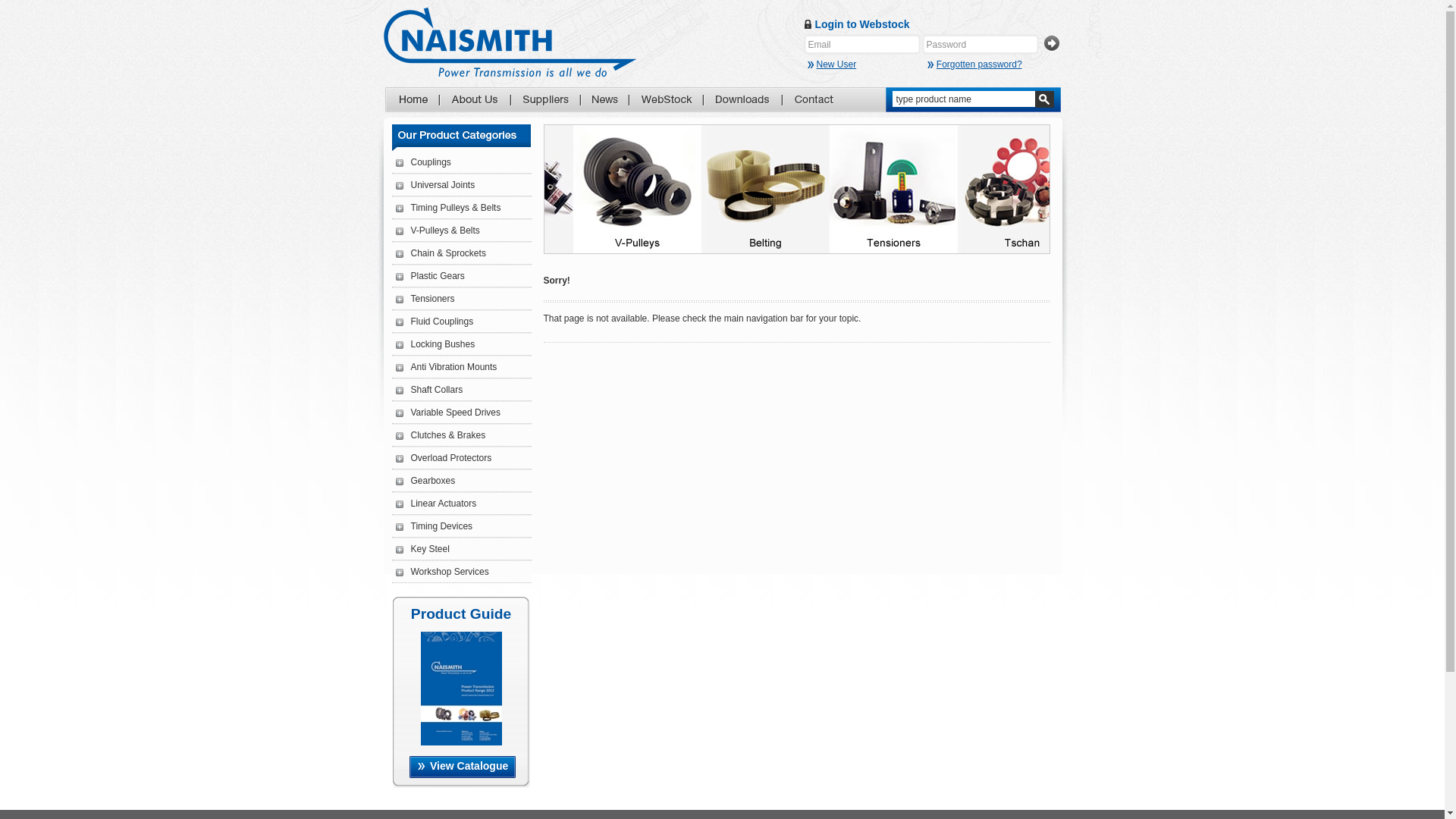  I want to click on 'Chain & Sprockets', so click(396, 253).